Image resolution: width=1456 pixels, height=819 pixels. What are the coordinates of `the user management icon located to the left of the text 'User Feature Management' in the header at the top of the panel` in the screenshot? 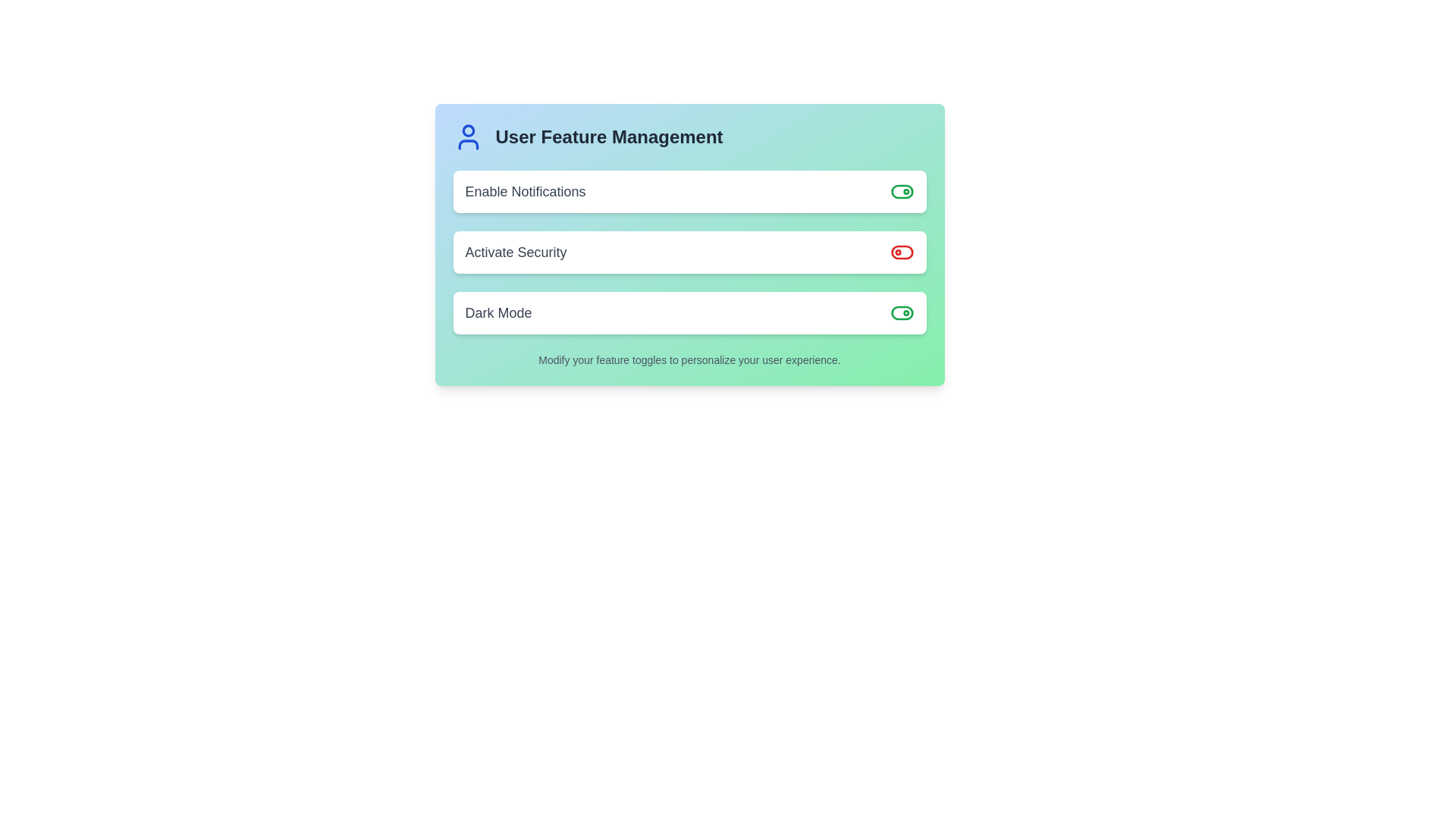 It's located at (467, 137).